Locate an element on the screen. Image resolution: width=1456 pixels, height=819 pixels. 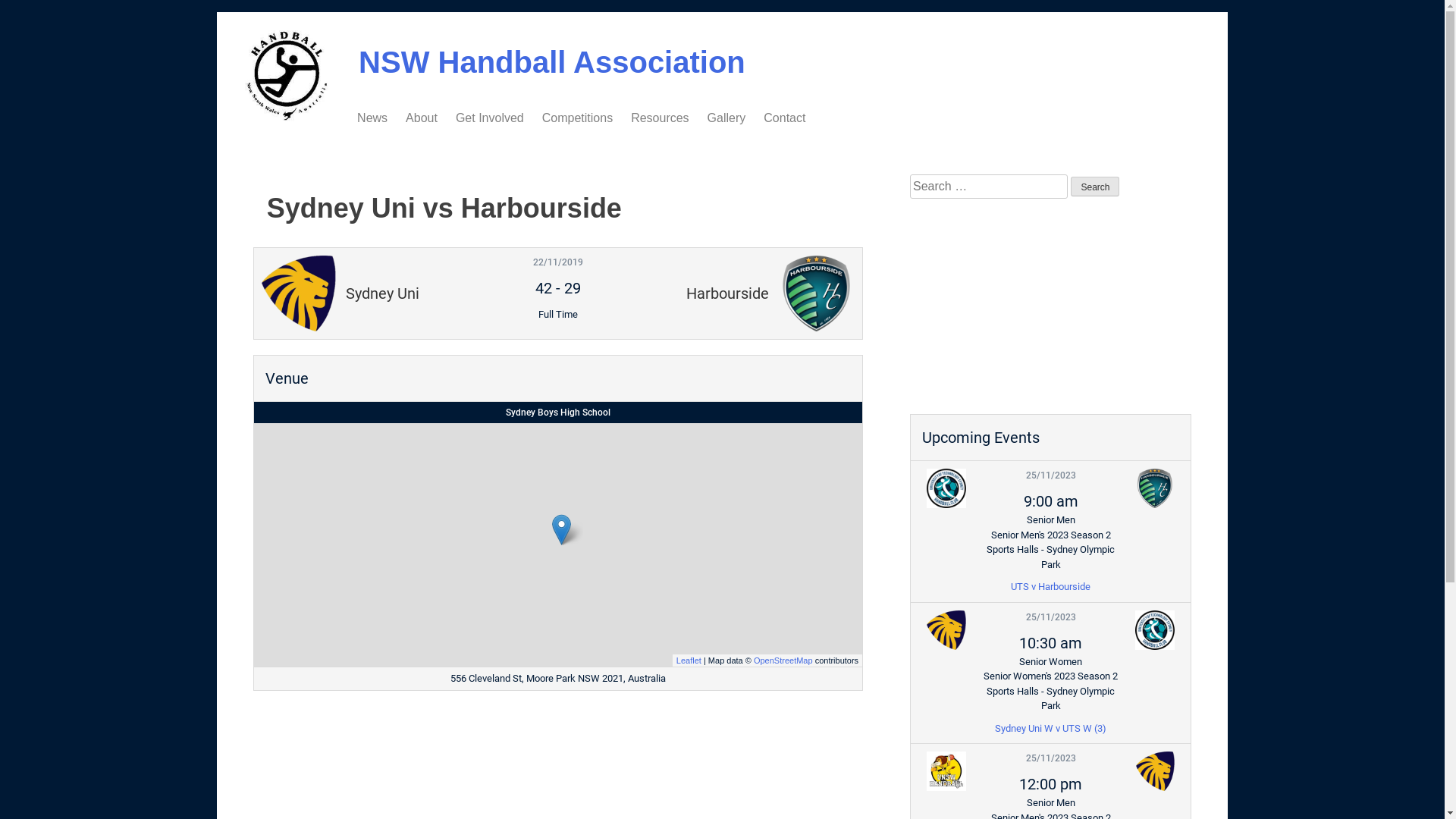
'Gallery' is located at coordinates (706, 117).